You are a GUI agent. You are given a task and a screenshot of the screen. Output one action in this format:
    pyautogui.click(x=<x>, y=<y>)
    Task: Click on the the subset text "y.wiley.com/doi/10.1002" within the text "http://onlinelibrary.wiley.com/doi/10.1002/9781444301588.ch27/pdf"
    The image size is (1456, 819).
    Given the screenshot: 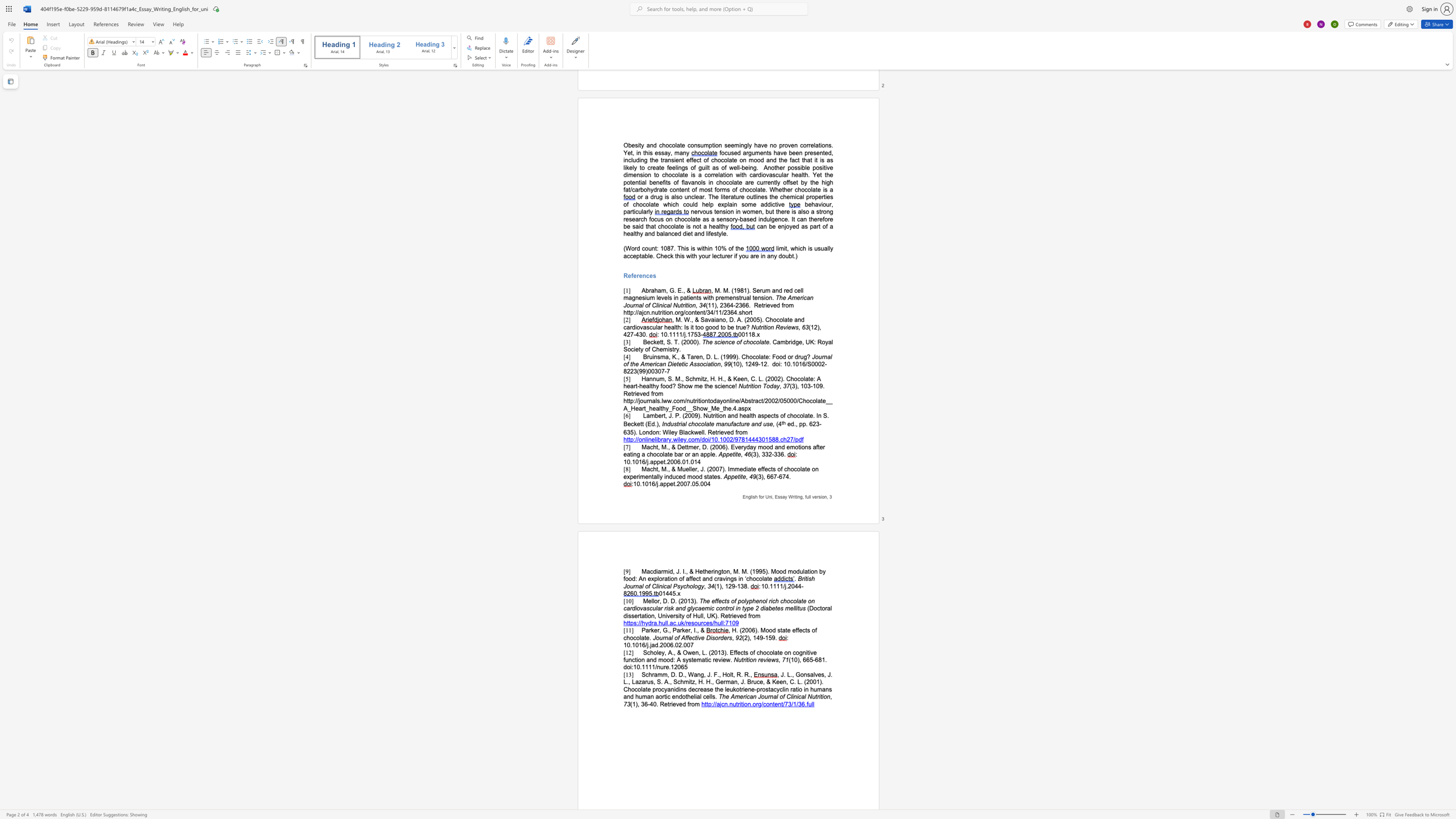 What is the action you would take?
    pyautogui.click(x=668, y=439)
    